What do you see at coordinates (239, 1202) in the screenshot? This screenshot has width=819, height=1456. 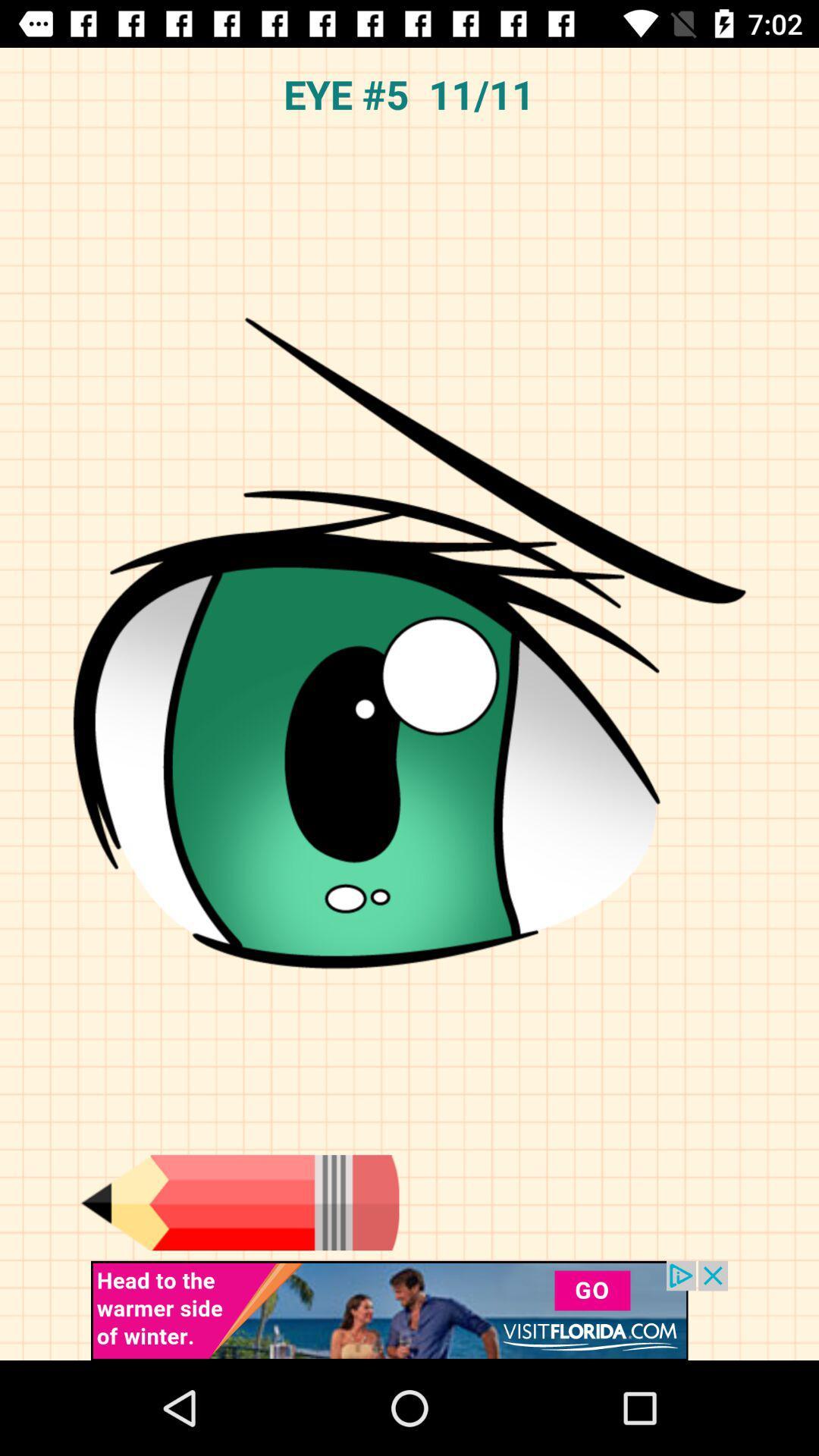 I see `draw tool` at bounding box center [239, 1202].